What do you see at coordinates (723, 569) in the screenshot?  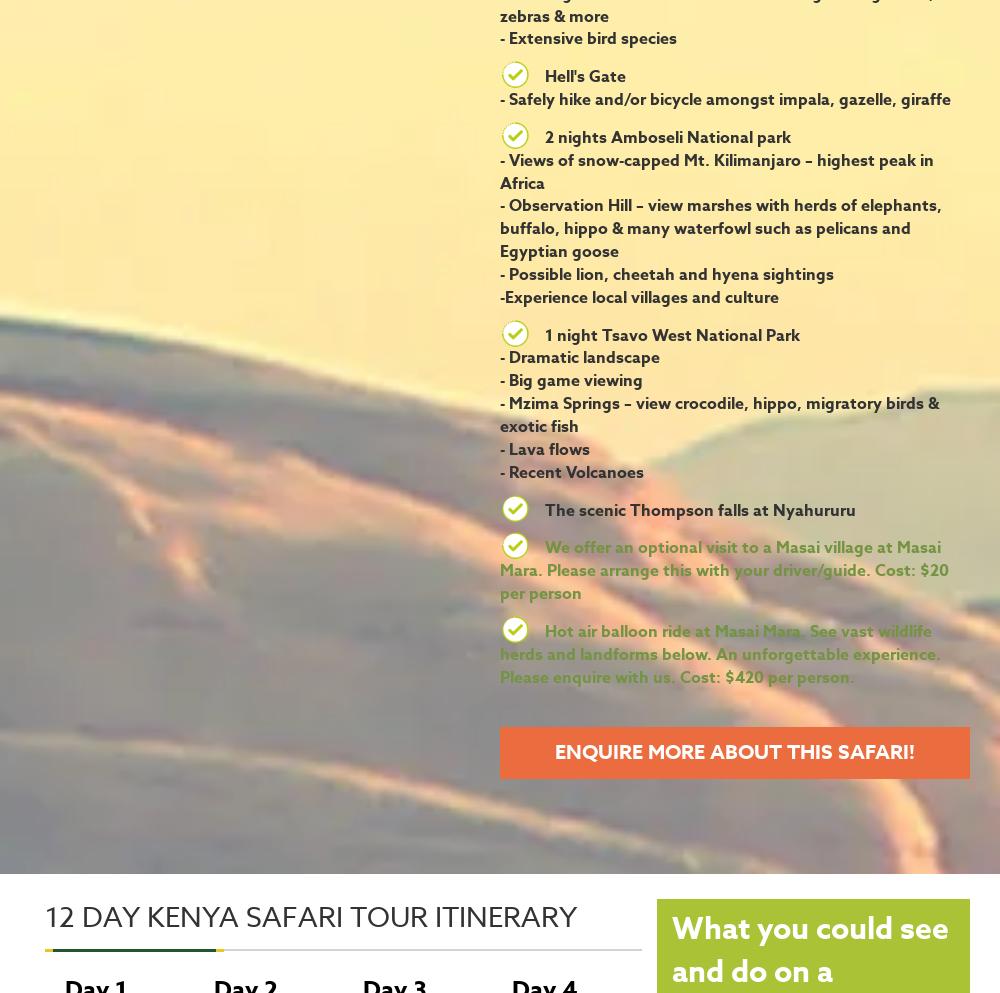 I see `'We offer an optional visit to a Masai village at Masai Mara. Please arrange this with your driver/guide. Cost: $20 per person'` at bounding box center [723, 569].